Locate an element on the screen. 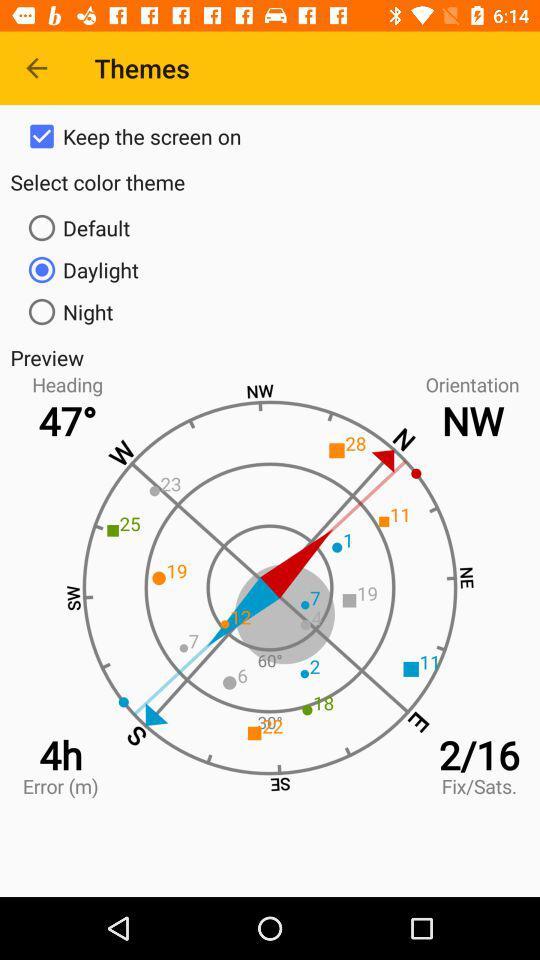 The width and height of the screenshot is (540, 960). item above daylight icon is located at coordinates (270, 228).